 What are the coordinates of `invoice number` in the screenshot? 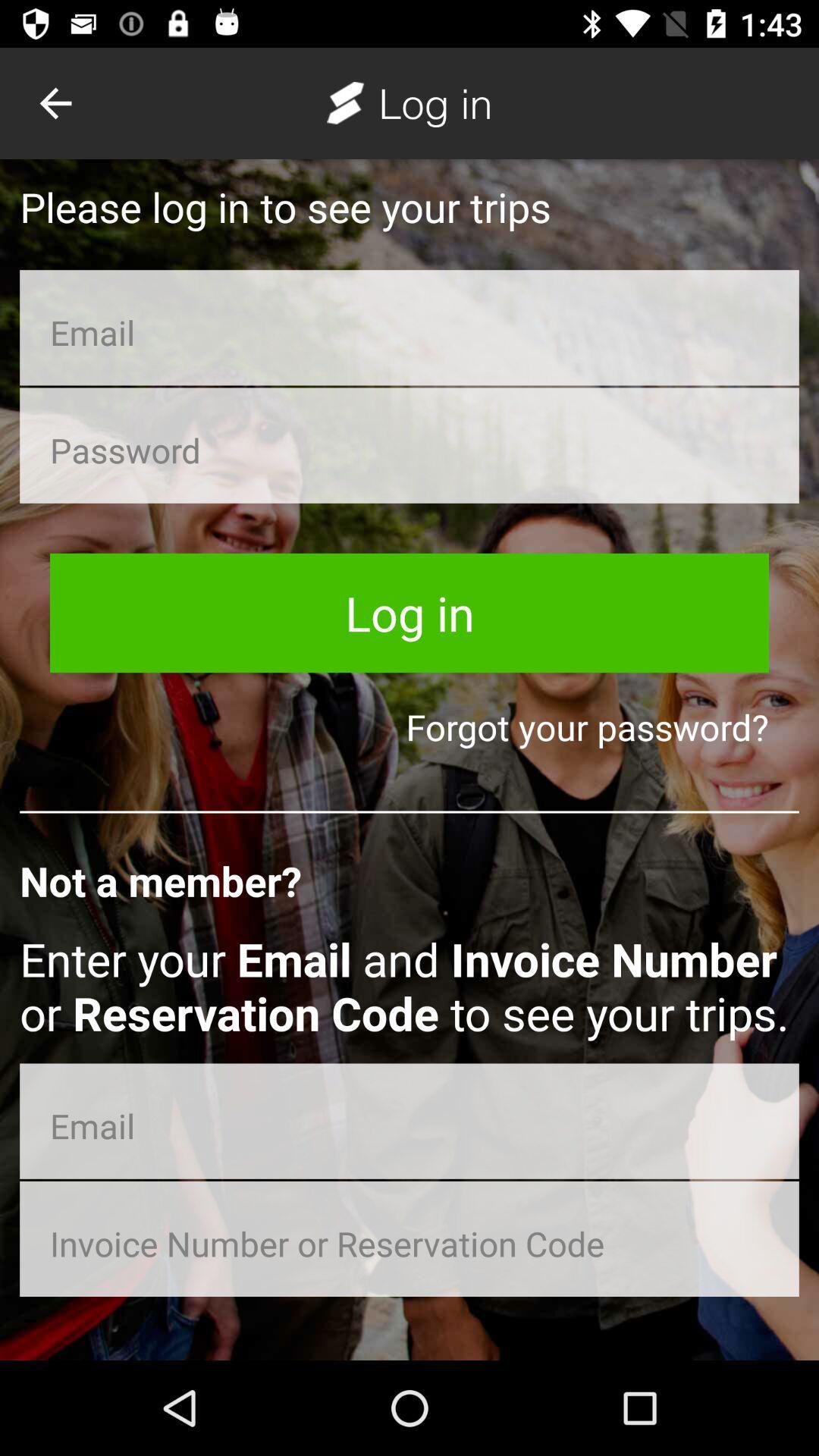 It's located at (409, 1238).